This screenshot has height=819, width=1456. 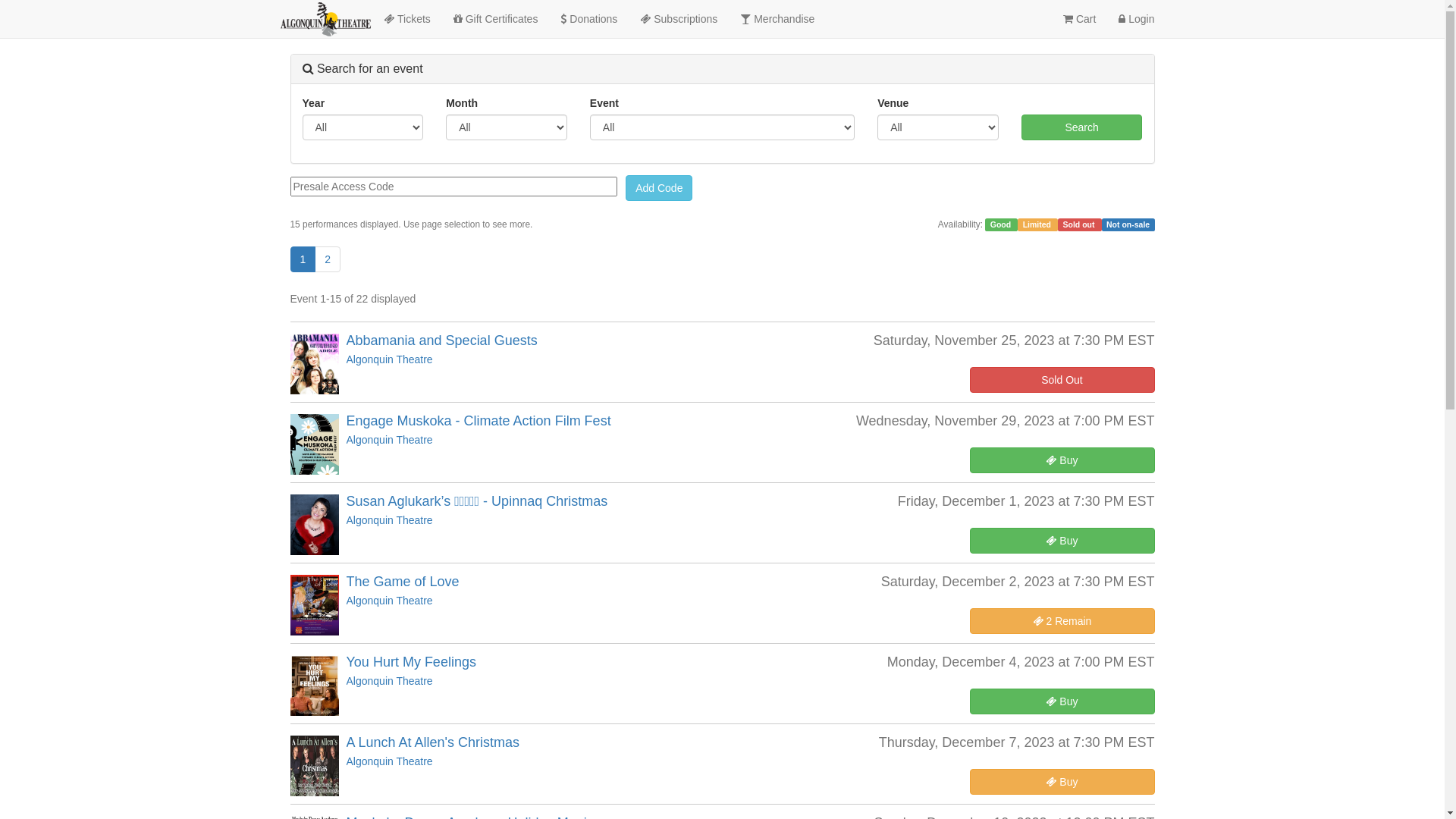 I want to click on 'Sold Out', so click(x=1061, y=379).